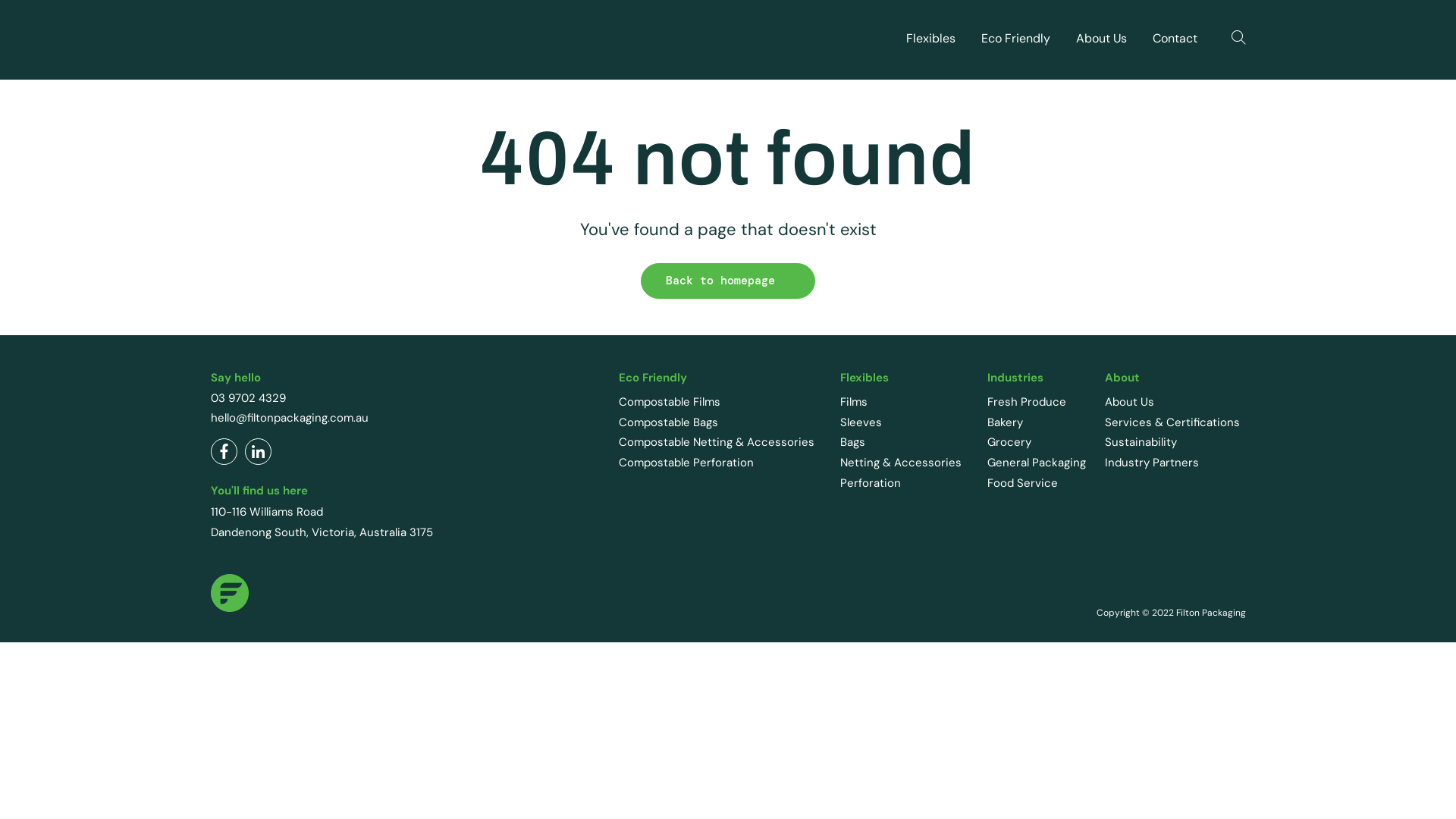 This screenshot has width=1456, height=819. I want to click on 'Bags', so click(852, 441).